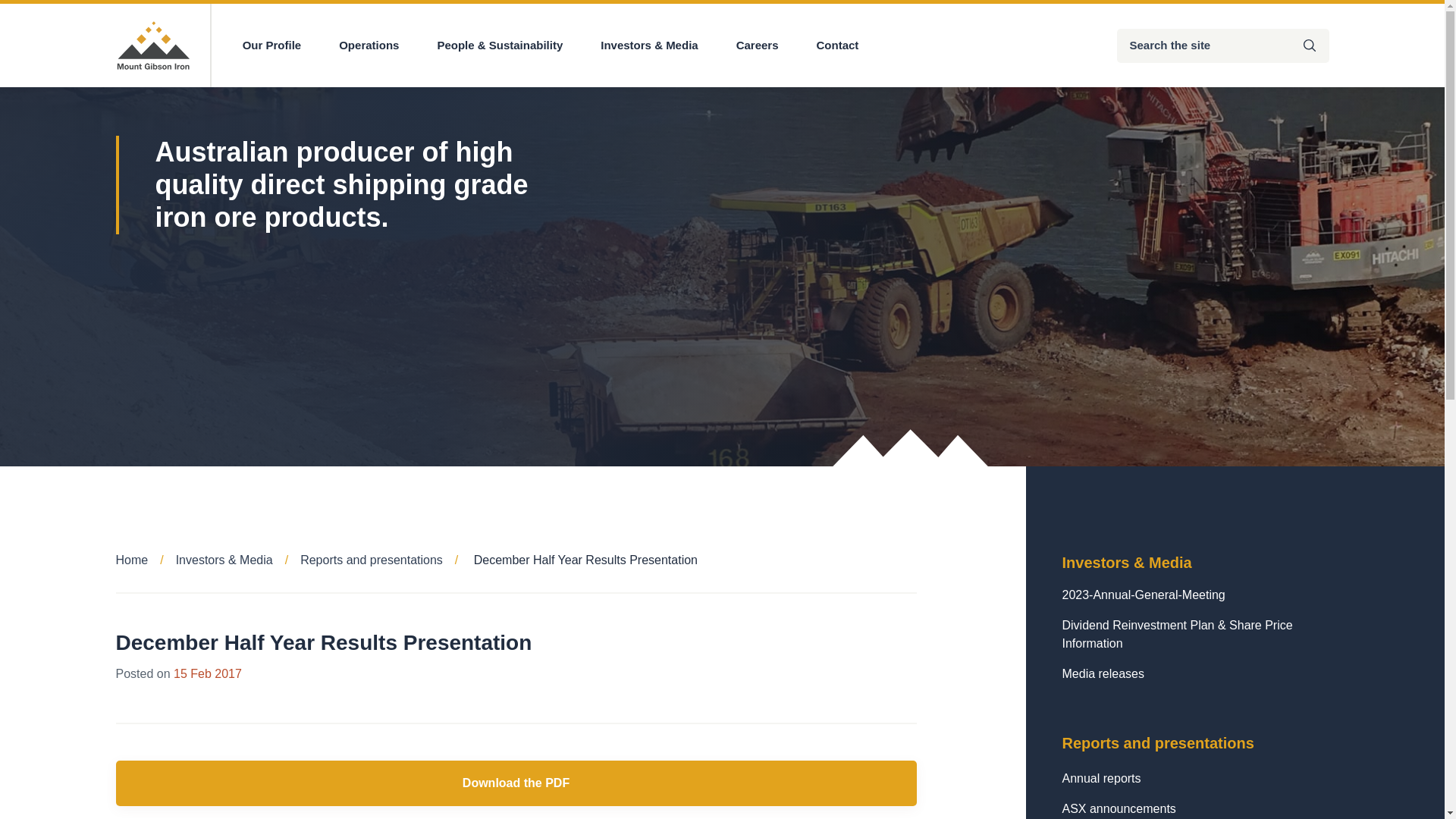 This screenshot has width=1456, height=819. Describe the element at coordinates (369, 45) in the screenshot. I see `'Operations'` at that location.